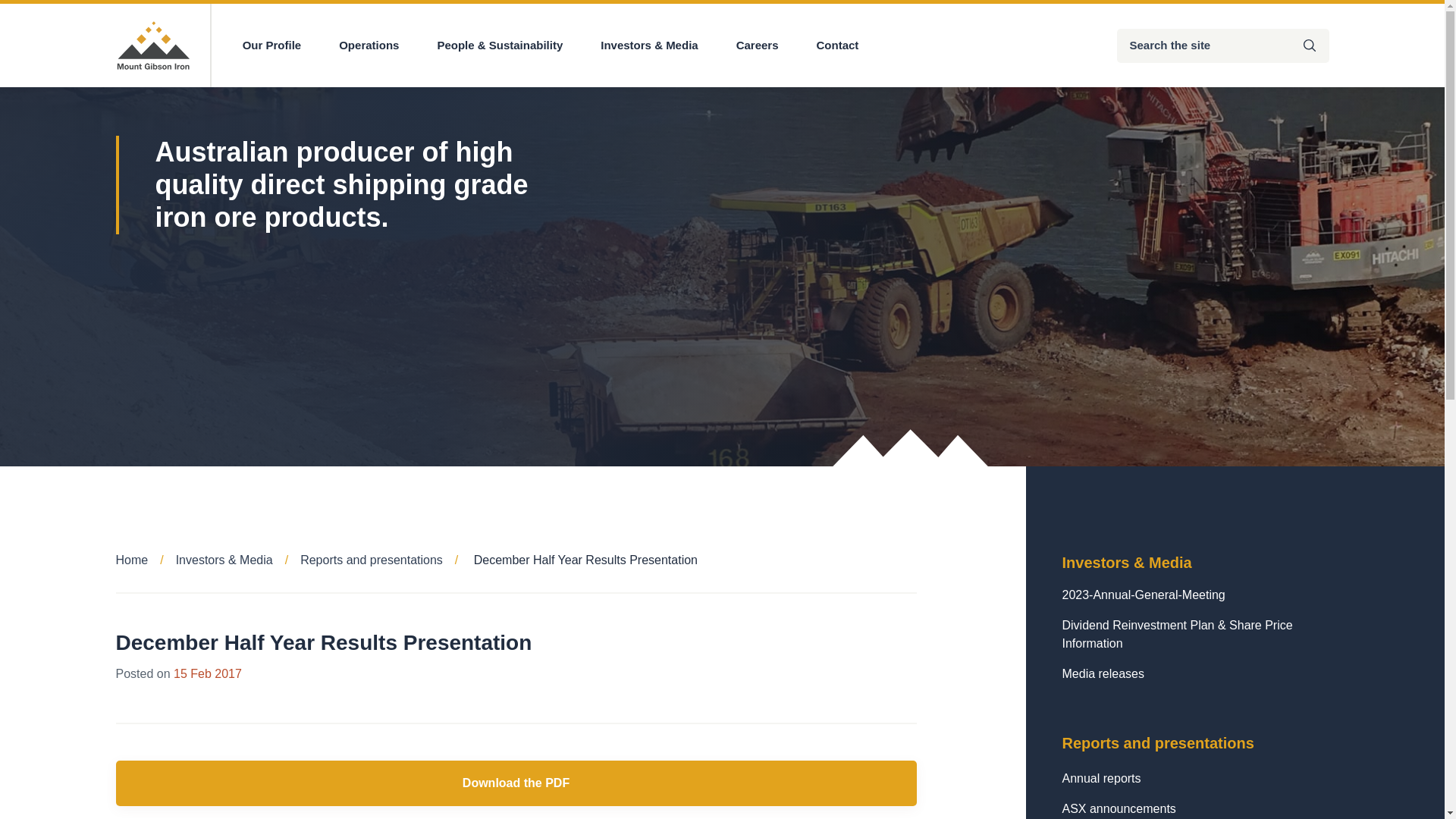 This screenshot has width=1456, height=819. Describe the element at coordinates (369, 45) in the screenshot. I see `'Operations'` at that location.